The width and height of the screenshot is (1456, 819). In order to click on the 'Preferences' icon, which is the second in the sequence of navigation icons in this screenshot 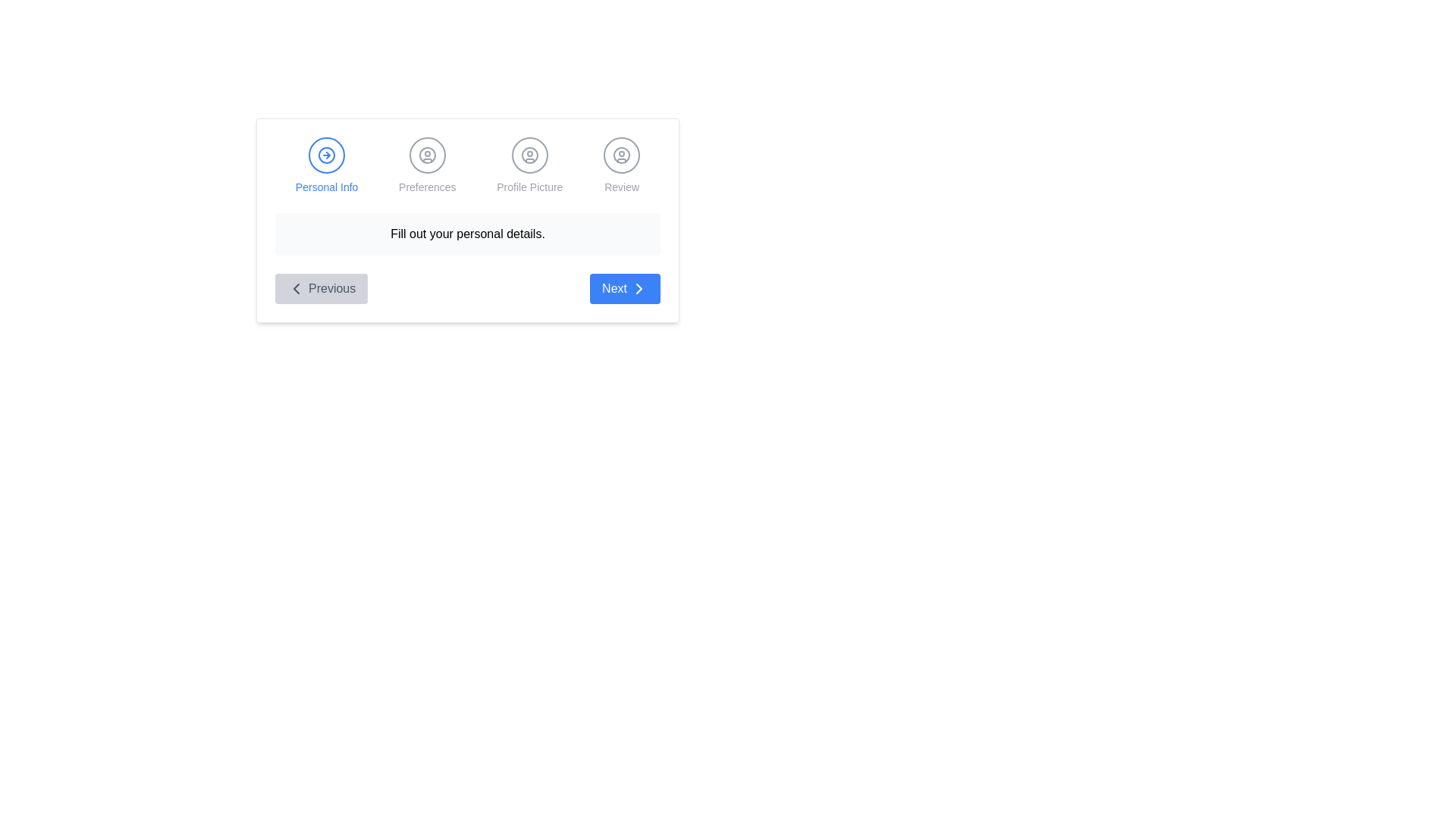, I will do `click(426, 155)`.